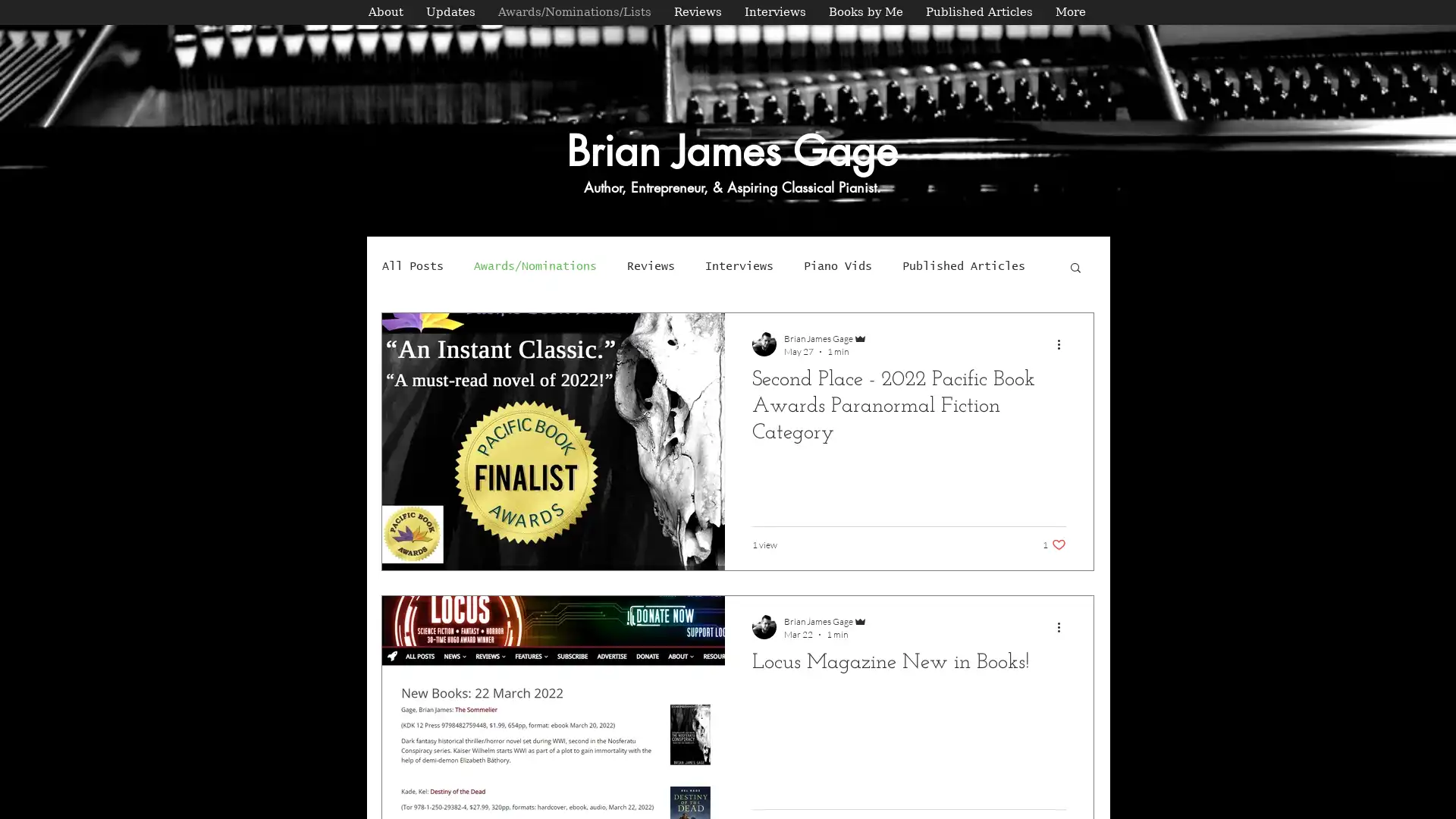 The width and height of the screenshot is (1456, 819). I want to click on More actions, so click(1062, 626).